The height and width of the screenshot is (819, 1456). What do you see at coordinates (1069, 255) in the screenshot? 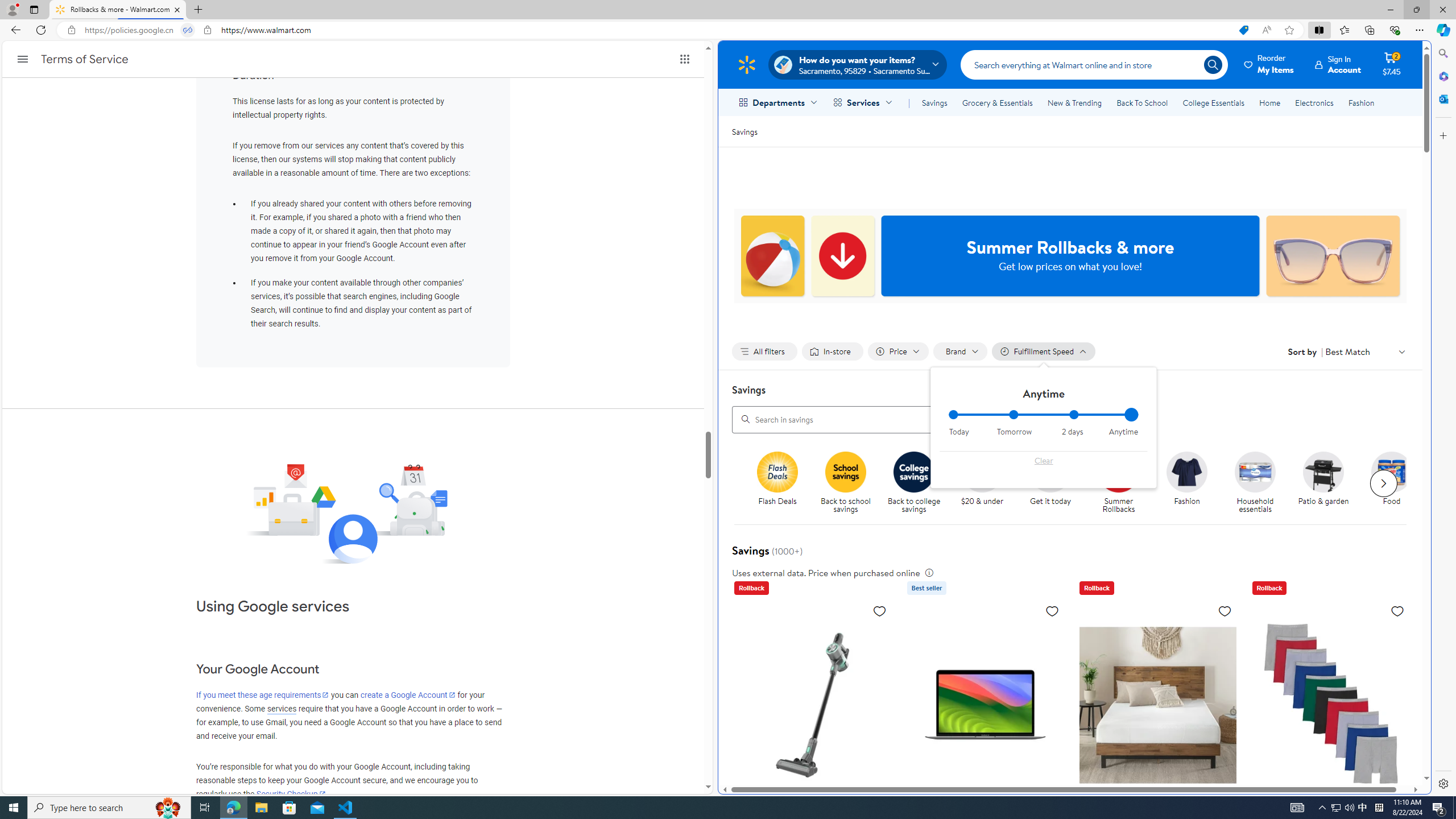
I see `'Summer Rollbacks & more Get low prices on what you love!'` at bounding box center [1069, 255].